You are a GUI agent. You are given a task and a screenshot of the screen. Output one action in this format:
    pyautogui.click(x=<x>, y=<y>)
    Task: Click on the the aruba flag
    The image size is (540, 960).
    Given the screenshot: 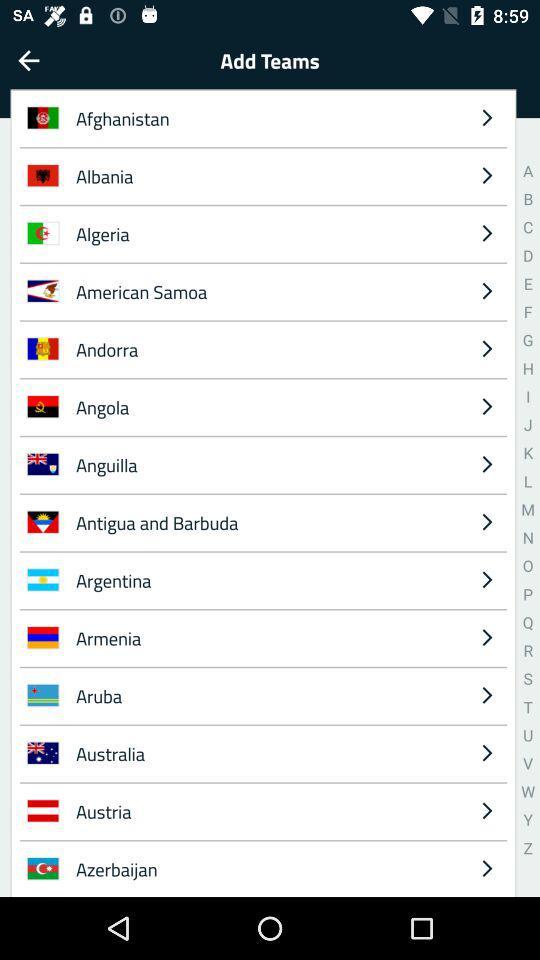 What is the action you would take?
    pyautogui.click(x=43, y=695)
    